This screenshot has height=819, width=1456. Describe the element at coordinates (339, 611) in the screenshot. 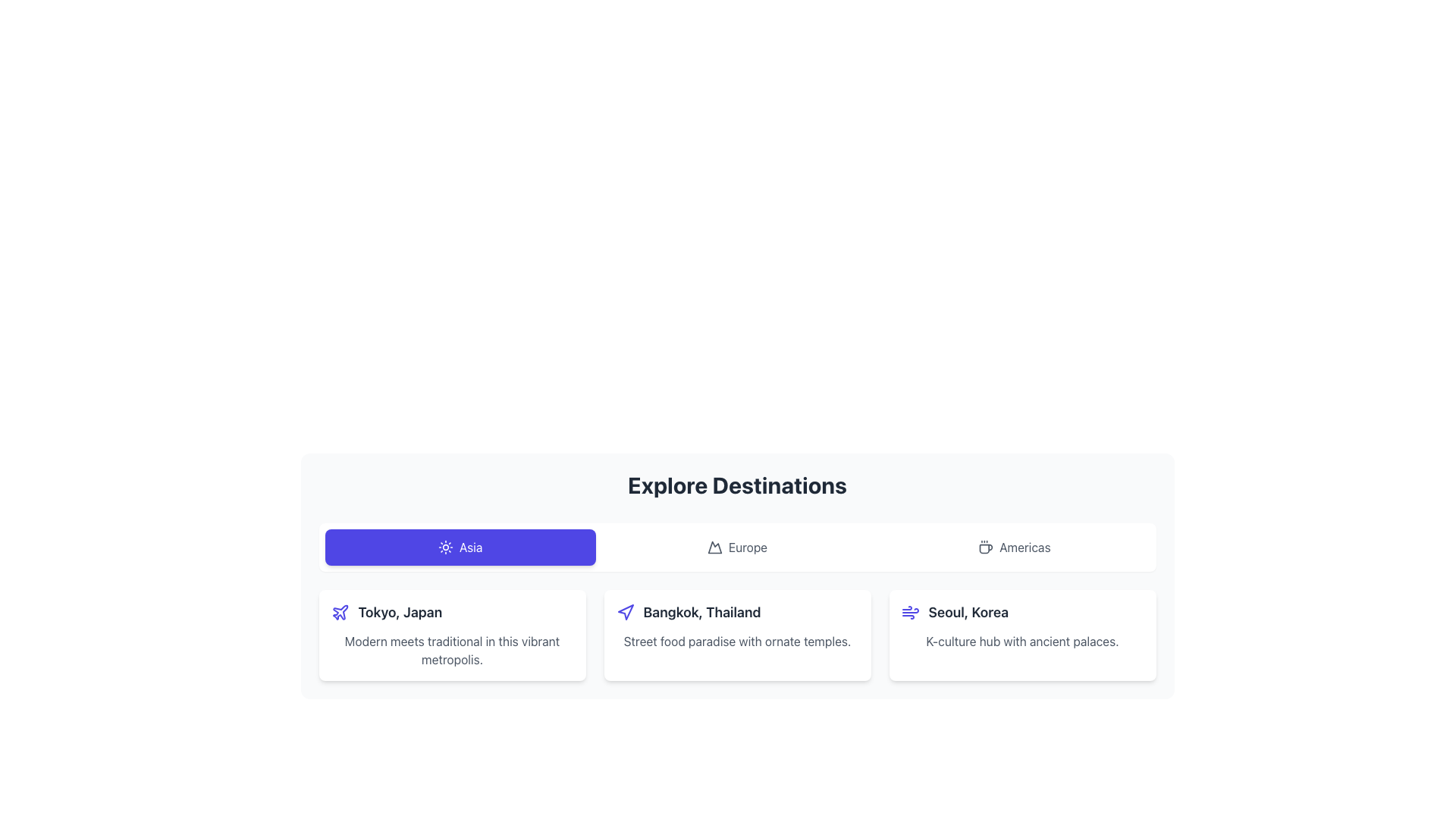

I see `the indigo airplane icon located to the left of the text 'Tokyo, Japan', which features a modern and minimalistic design` at that location.